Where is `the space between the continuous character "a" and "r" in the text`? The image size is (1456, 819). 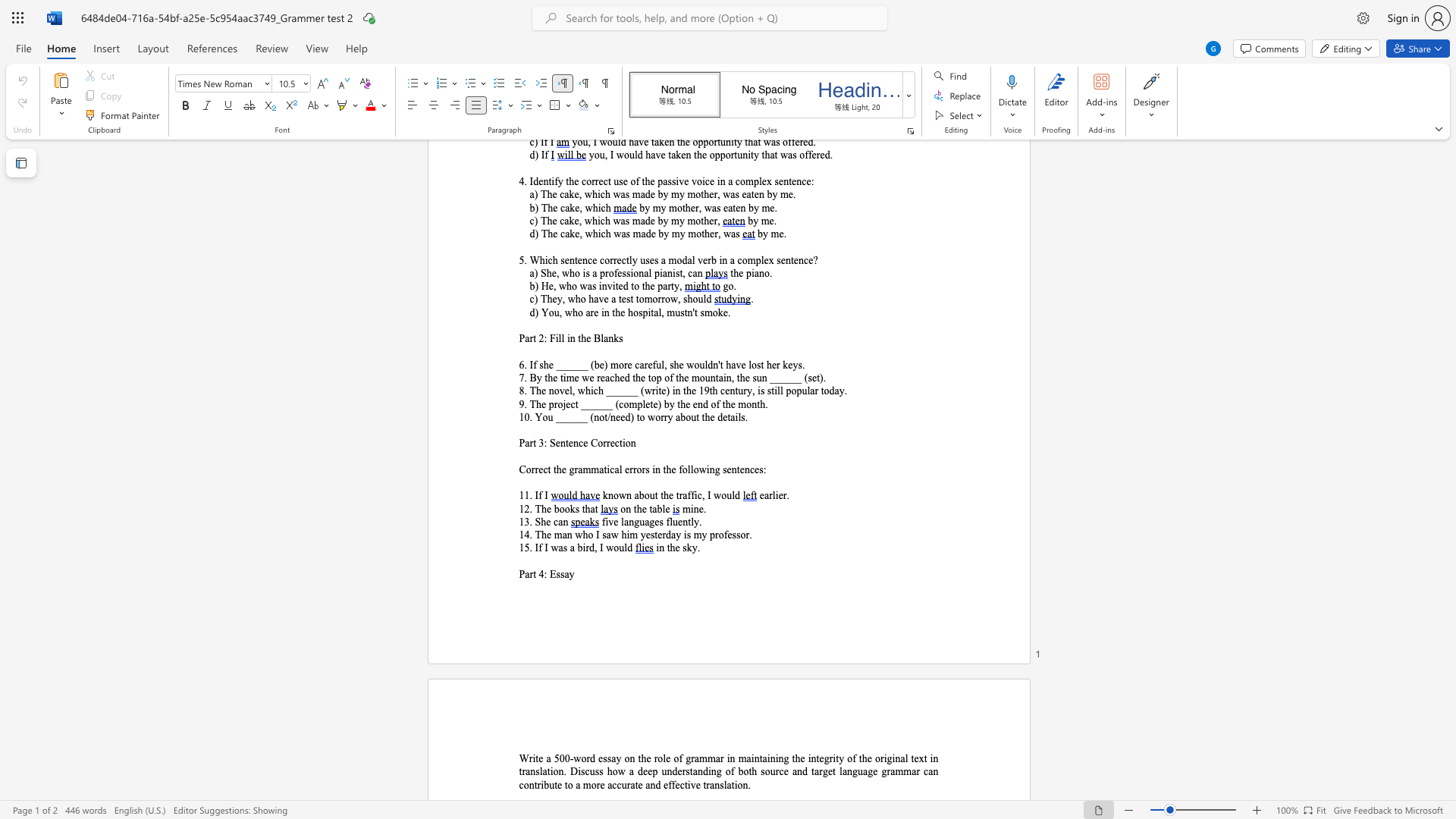 the space between the continuous character "a" and "r" in the text is located at coordinates (529, 574).